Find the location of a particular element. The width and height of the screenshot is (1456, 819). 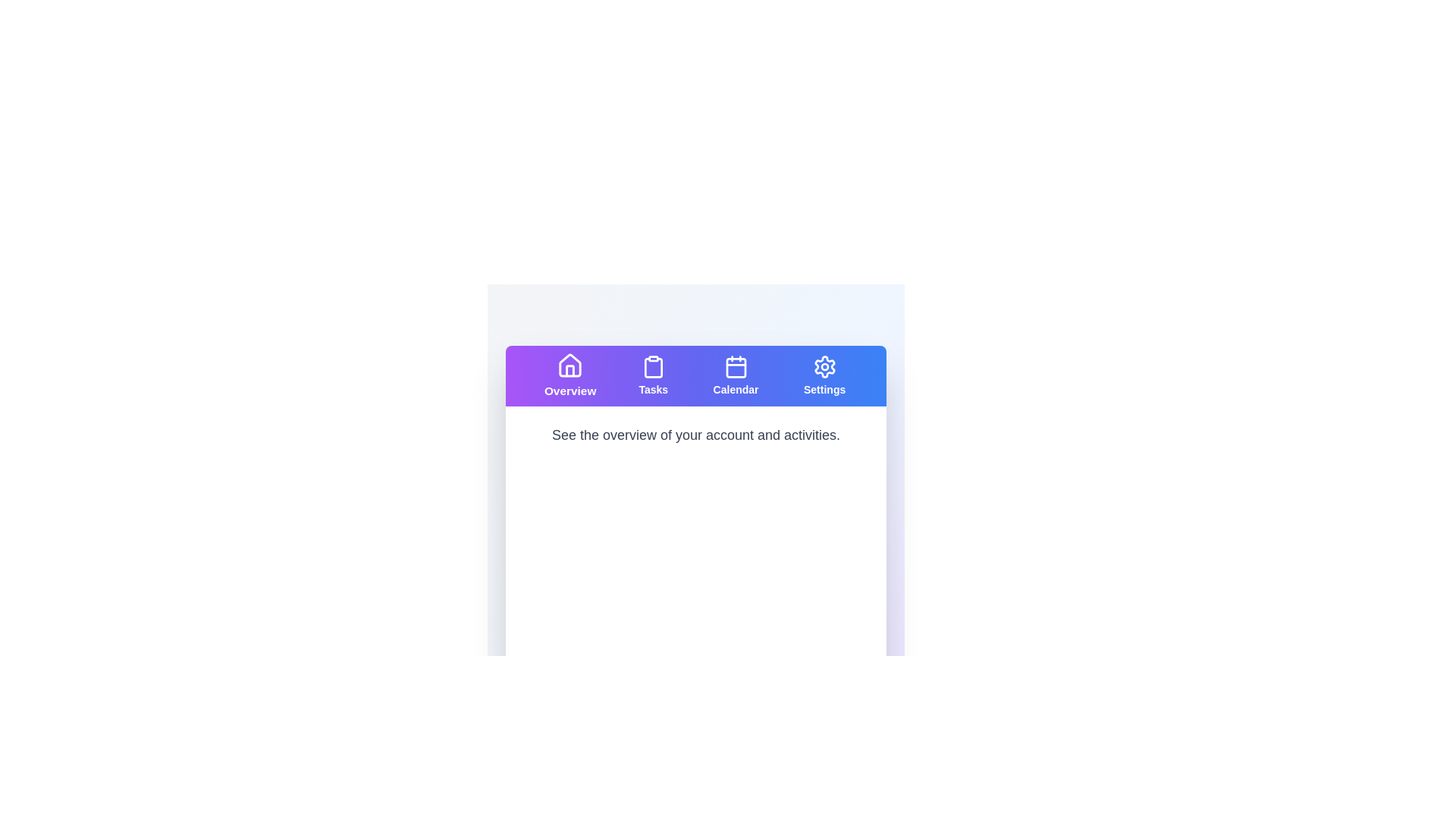

text label 'Overview' which is styled in bold and located in the first button-like component of the top horizontal navigation bar, highlighted with a gradient purple background is located at coordinates (569, 391).